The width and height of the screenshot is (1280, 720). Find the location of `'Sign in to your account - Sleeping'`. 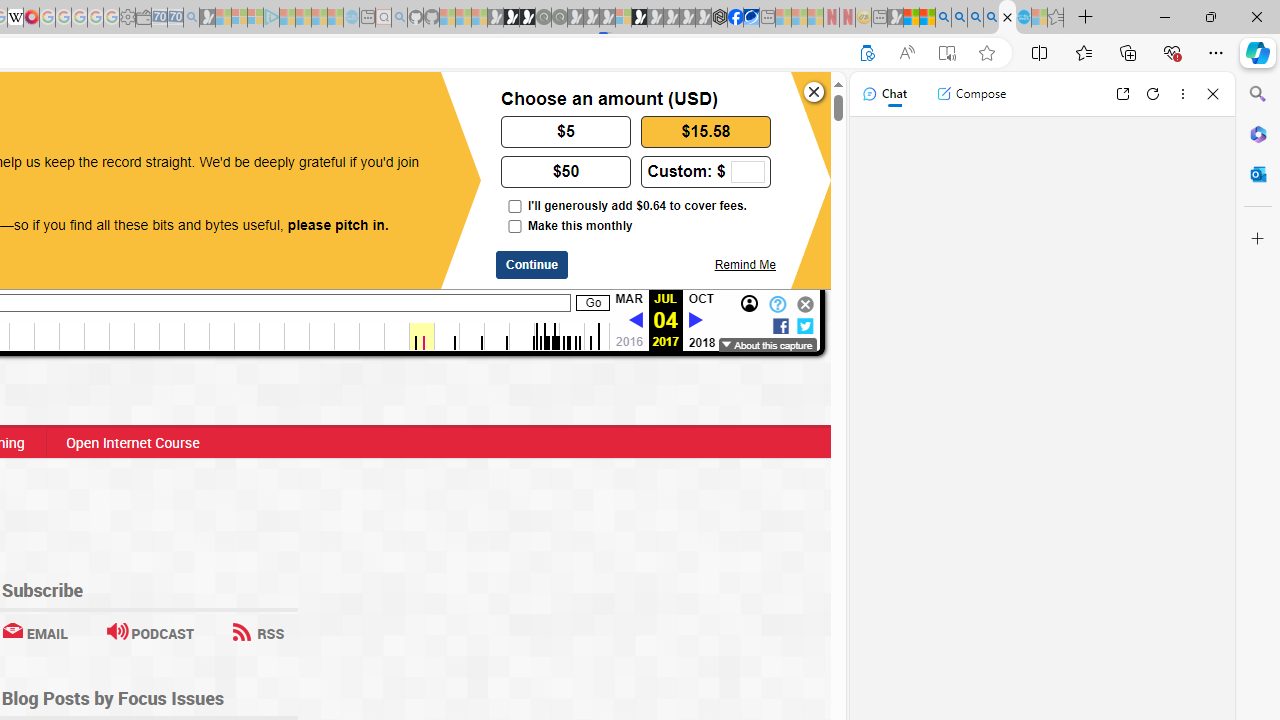

'Sign in to your account - Sleeping' is located at coordinates (622, 17).